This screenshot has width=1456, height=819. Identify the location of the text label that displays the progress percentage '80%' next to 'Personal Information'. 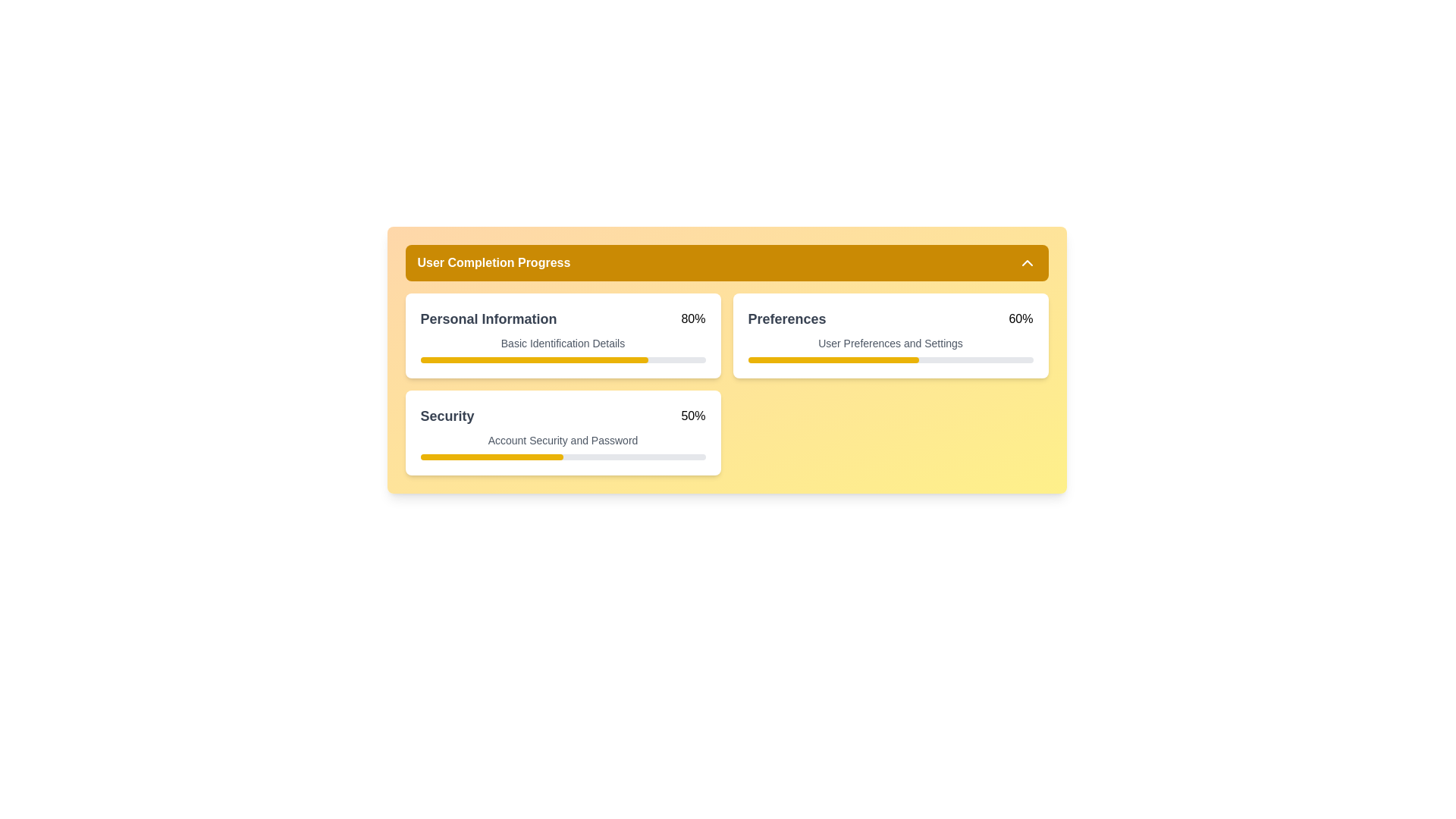
(692, 318).